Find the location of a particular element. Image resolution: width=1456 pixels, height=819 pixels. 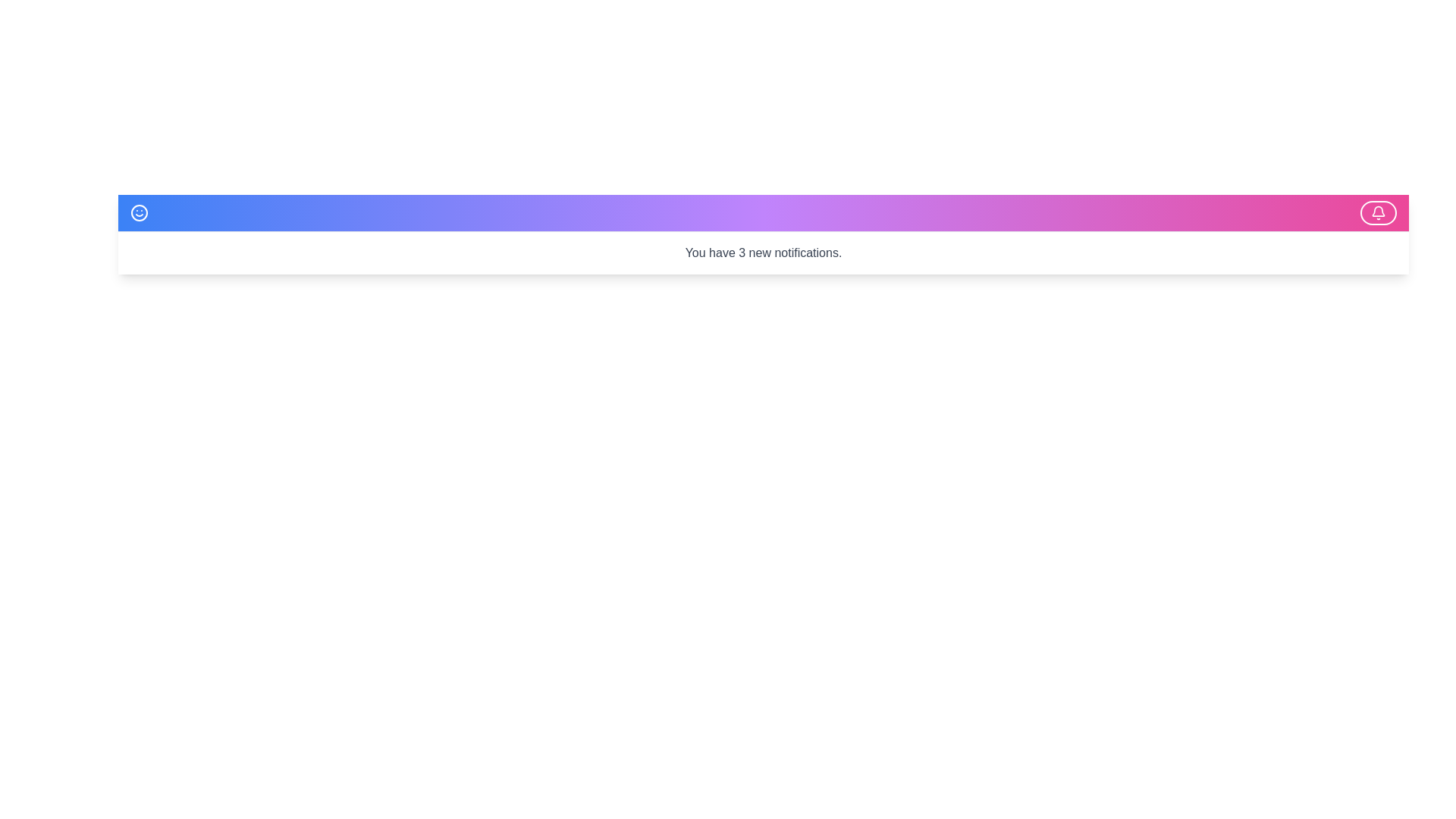

the bell icon within the button located at the top-right corner of the interface is located at coordinates (1379, 213).